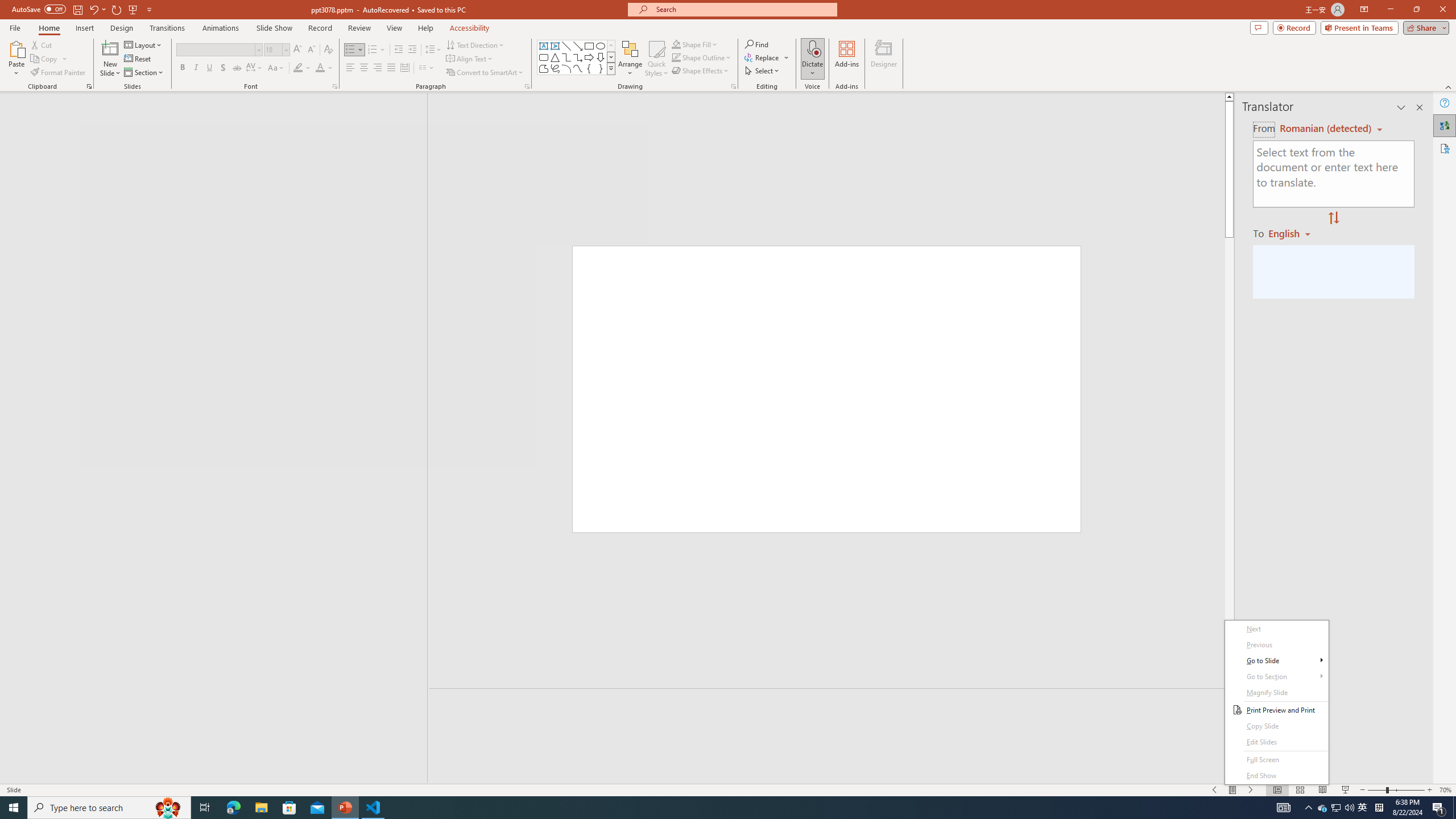  I want to click on 'Copy', so click(44, 59).